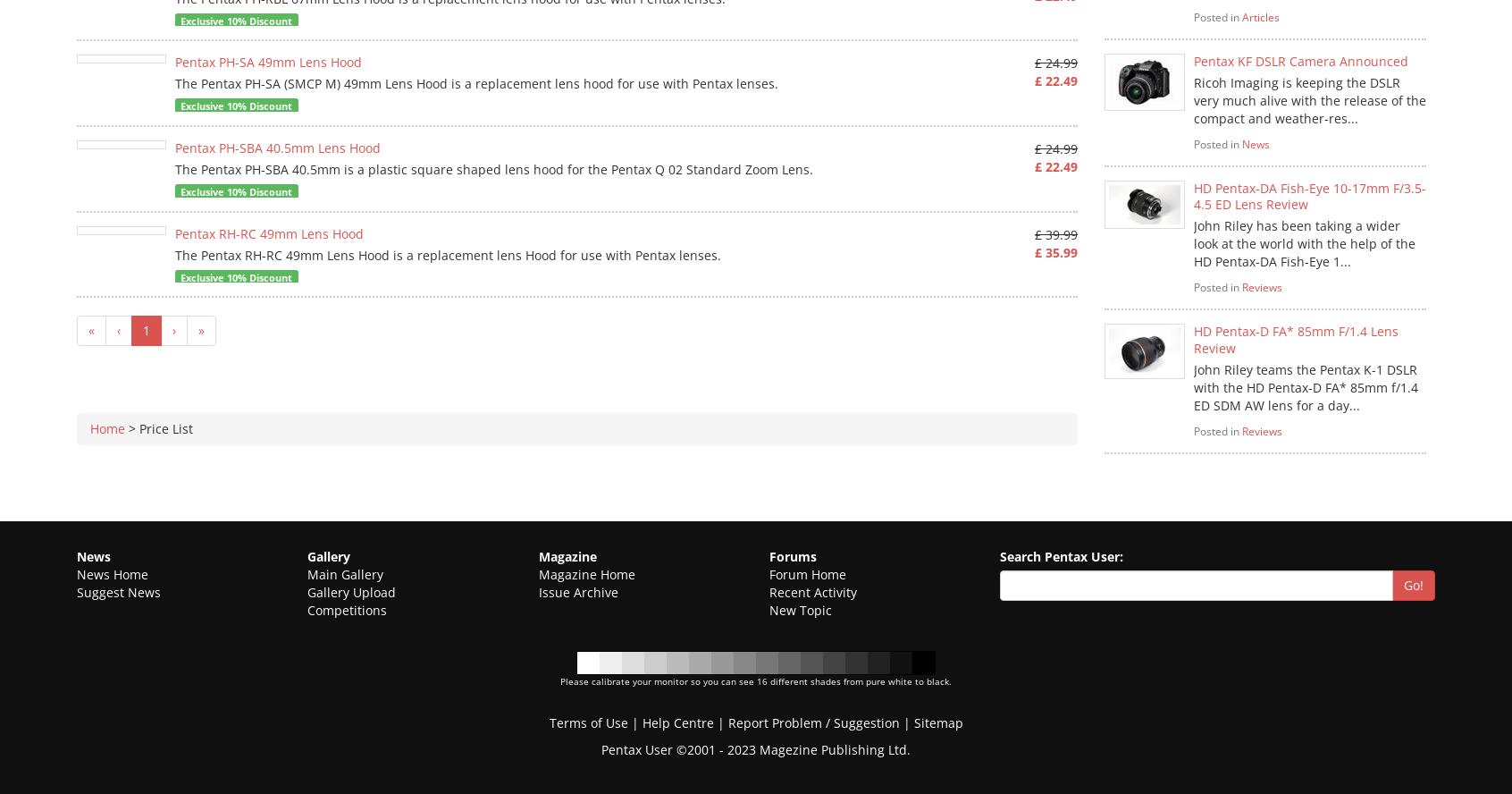 This screenshot has height=794, width=1512. I want to click on '>  Price List', so click(157, 428).